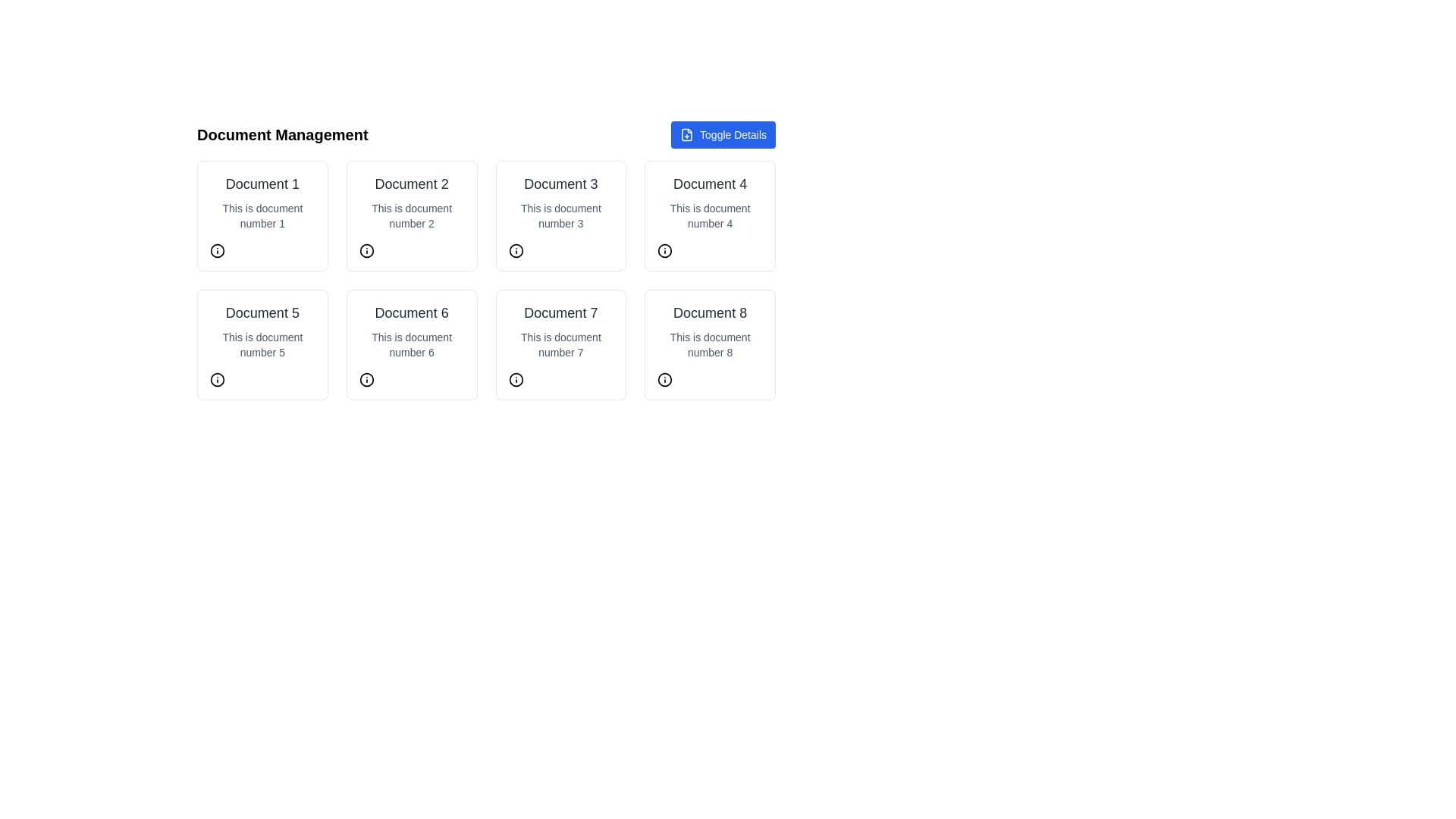 The height and width of the screenshot is (819, 1456). What do you see at coordinates (262, 184) in the screenshot?
I see `text content of the title element labeled 'Document 1' located at the upper part of the first card in the grid layout` at bounding box center [262, 184].